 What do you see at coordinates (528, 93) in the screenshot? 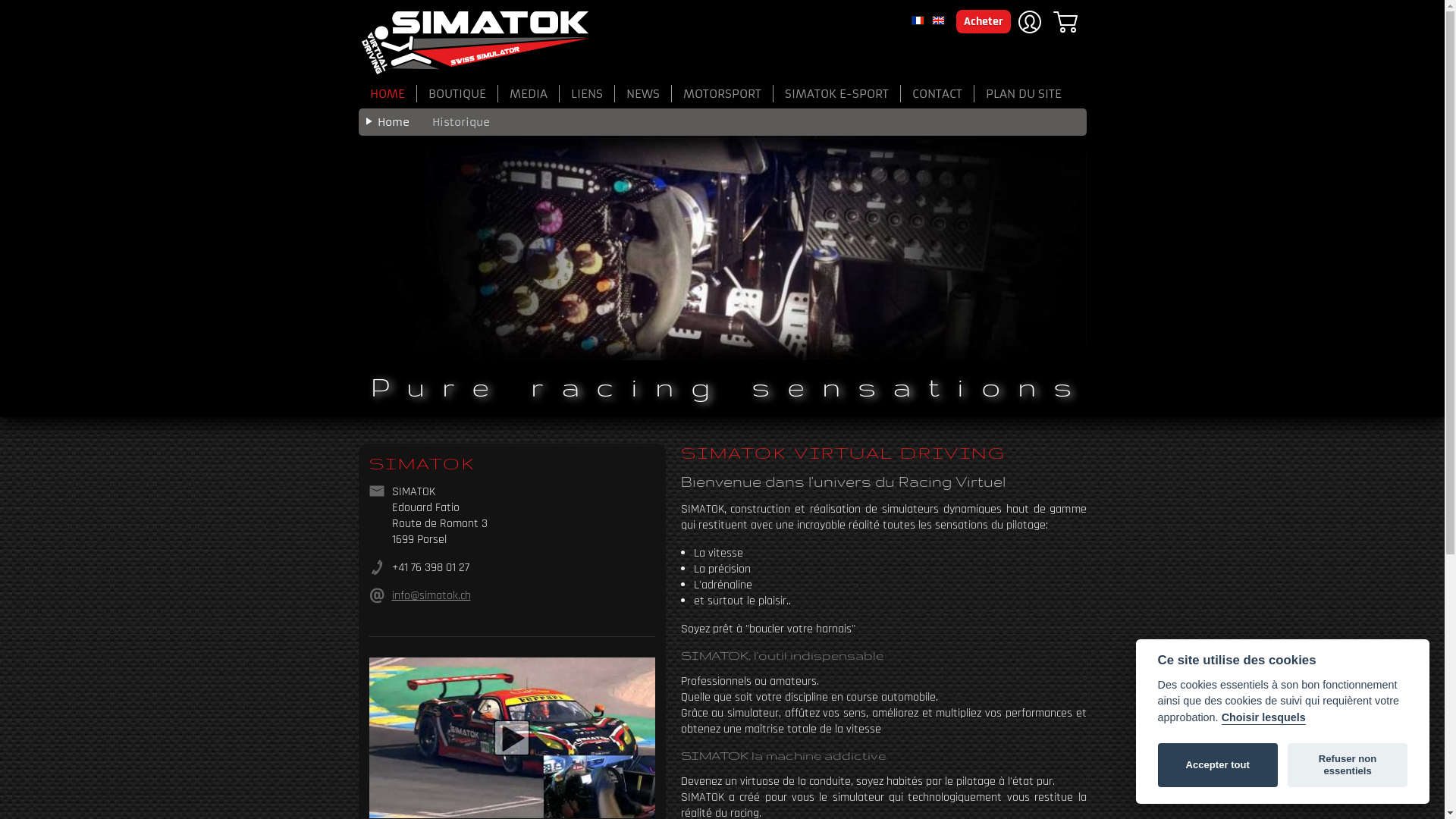
I see `'MEDIA'` at bounding box center [528, 93].